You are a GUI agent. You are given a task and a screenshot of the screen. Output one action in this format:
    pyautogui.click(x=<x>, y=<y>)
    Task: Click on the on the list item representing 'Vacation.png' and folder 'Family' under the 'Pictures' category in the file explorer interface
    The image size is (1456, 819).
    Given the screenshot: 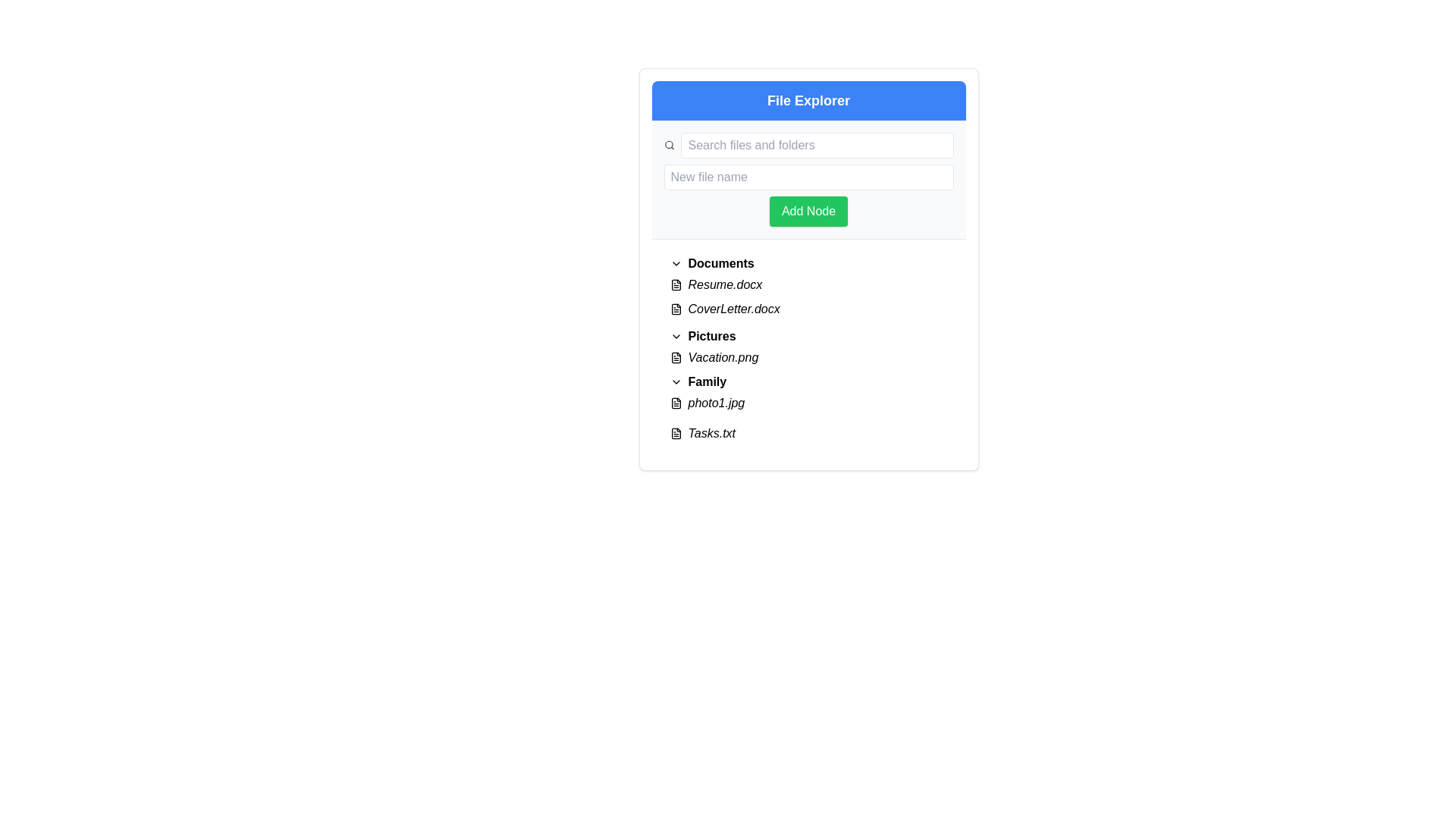 What is the action you would take?
    pyautogui.click(x=808, y=381)
    